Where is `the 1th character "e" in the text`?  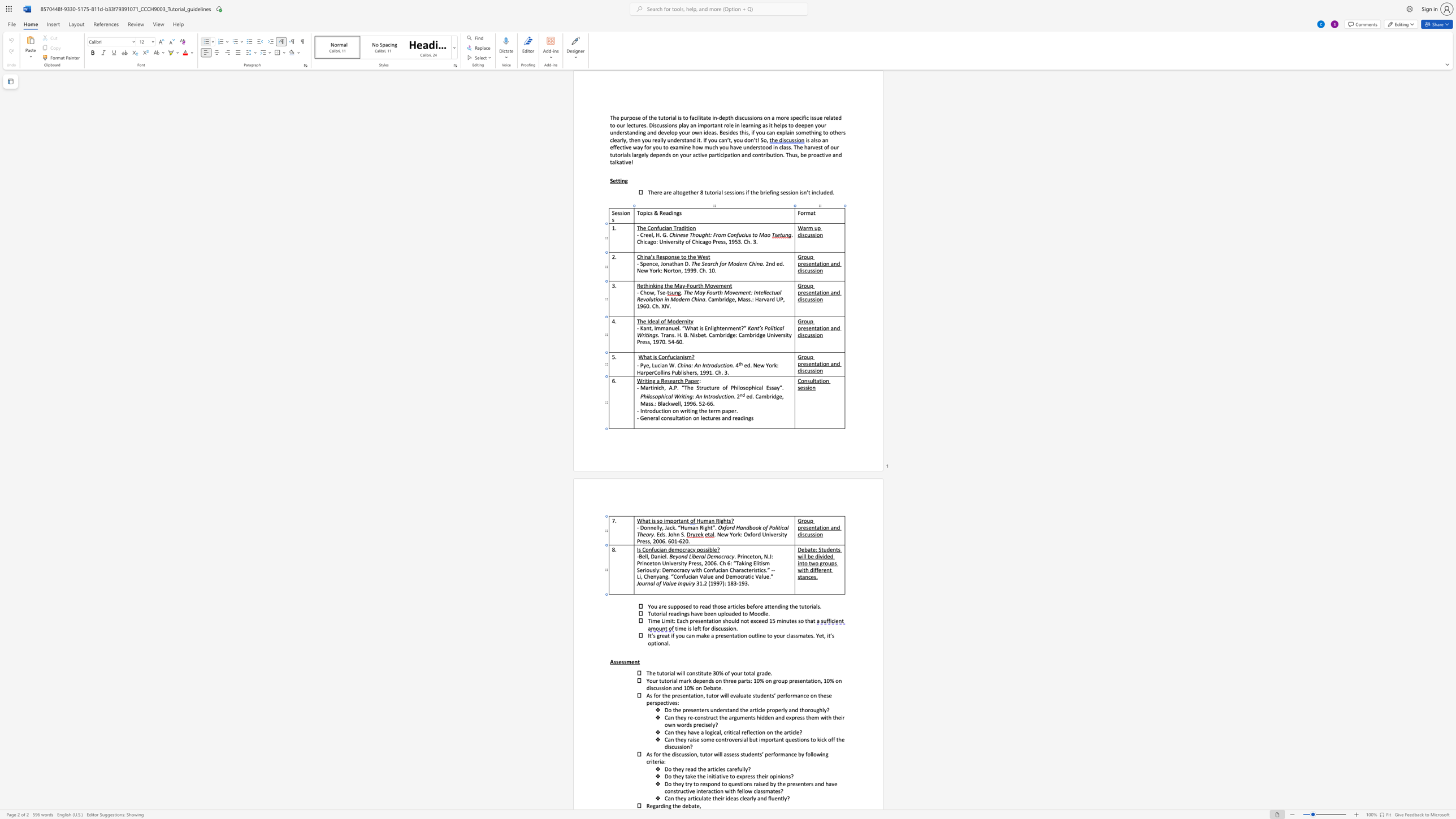
the 1th character "e" in the text is located at coordinates (679, 805).